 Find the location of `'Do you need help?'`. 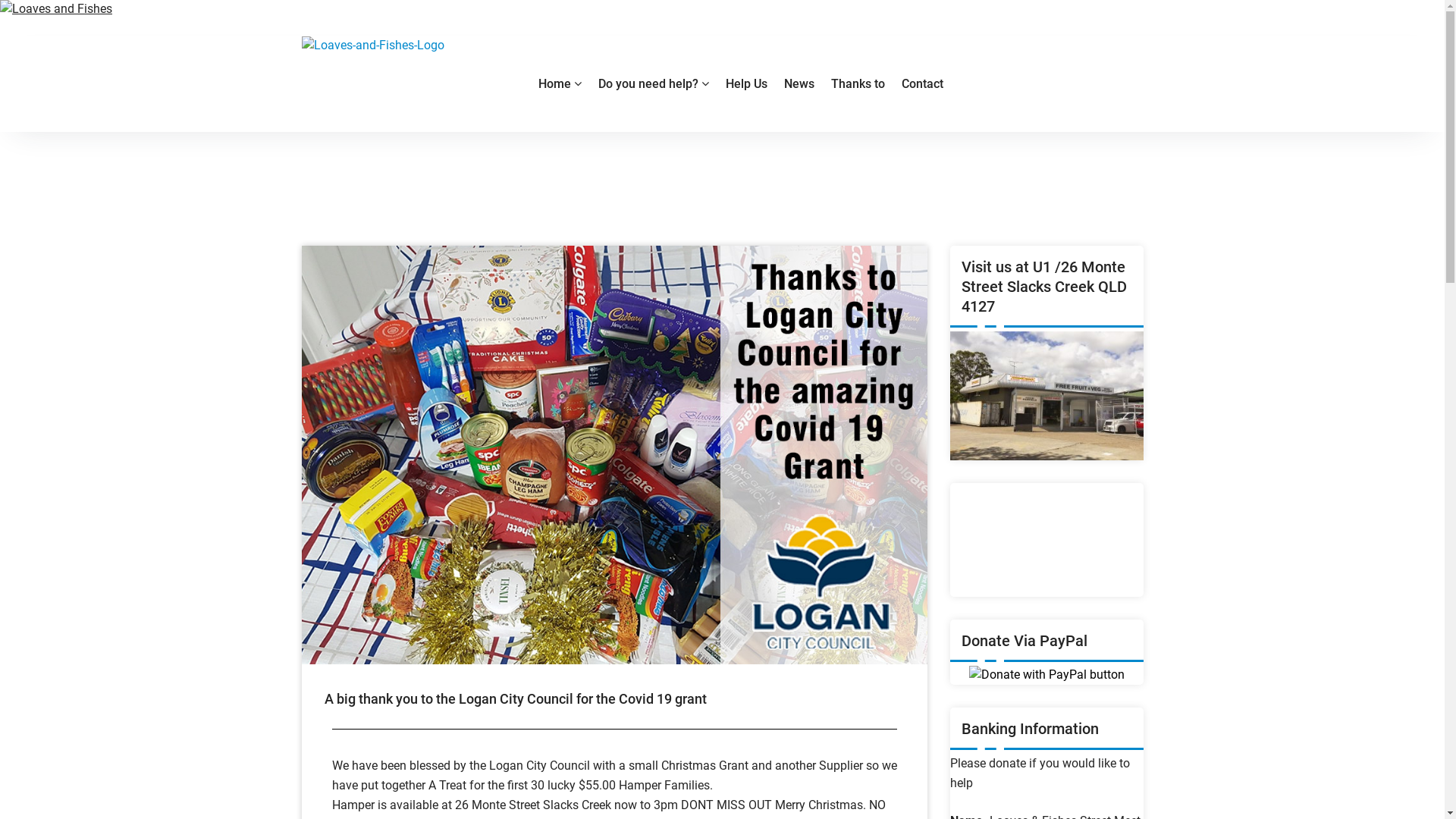

'Do you need help?' is located at coordinates (654, 84).